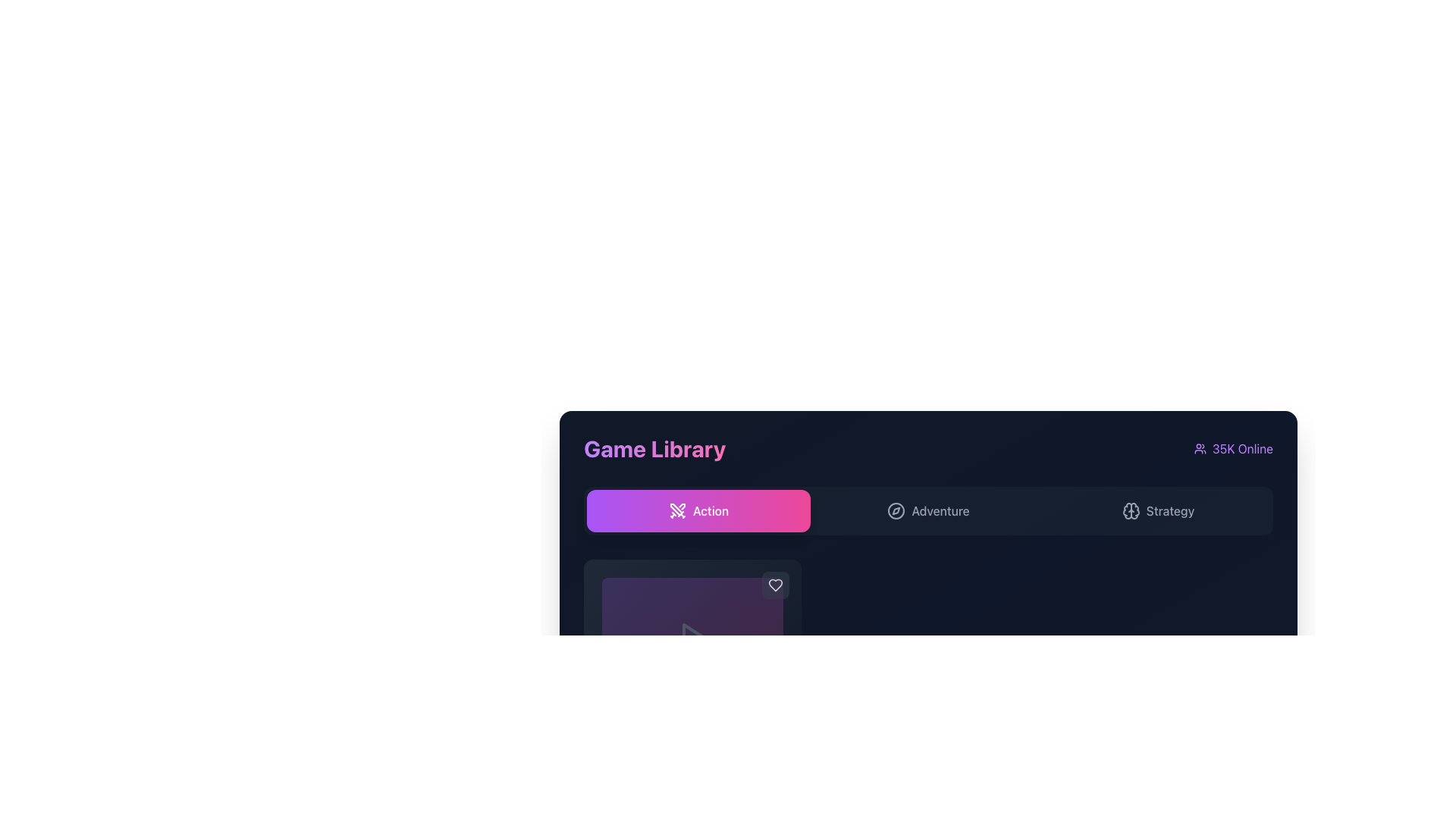 The width and height of the screenshot is (1456, 819). What do you see at coordinates (676, 511) in the screenshot?
I see `the decorative 'Action' icon located on the left within the menu bar, positioned near the center-left horizontally in the window's upper section` at bounding box center [676, 511].